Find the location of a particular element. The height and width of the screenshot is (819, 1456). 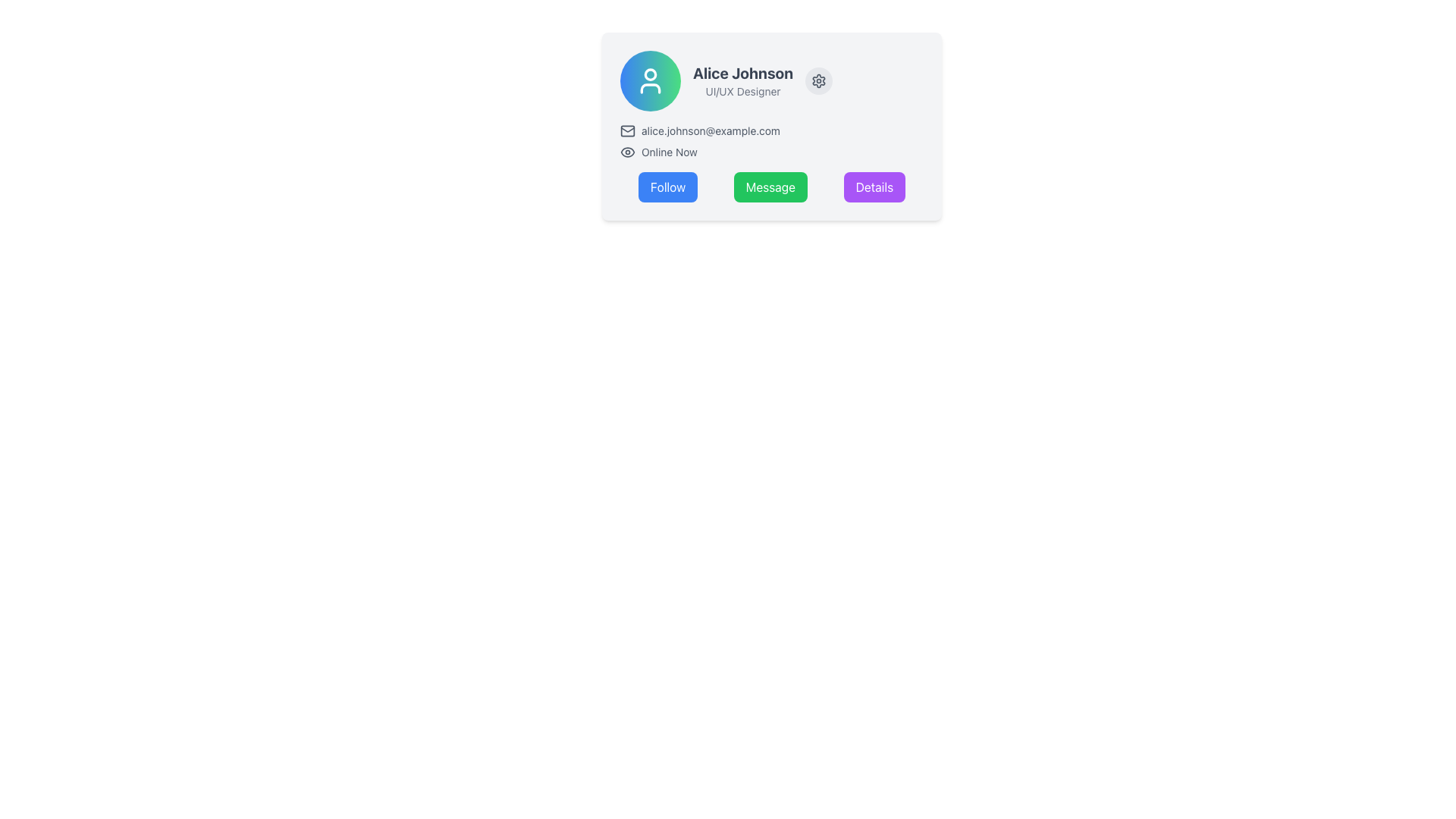

or click the settings gear icon located to the right of the profile information display component for 'Alice Johnson', which features a bold name and a job title beneath it is located at coordinates (771, 81).